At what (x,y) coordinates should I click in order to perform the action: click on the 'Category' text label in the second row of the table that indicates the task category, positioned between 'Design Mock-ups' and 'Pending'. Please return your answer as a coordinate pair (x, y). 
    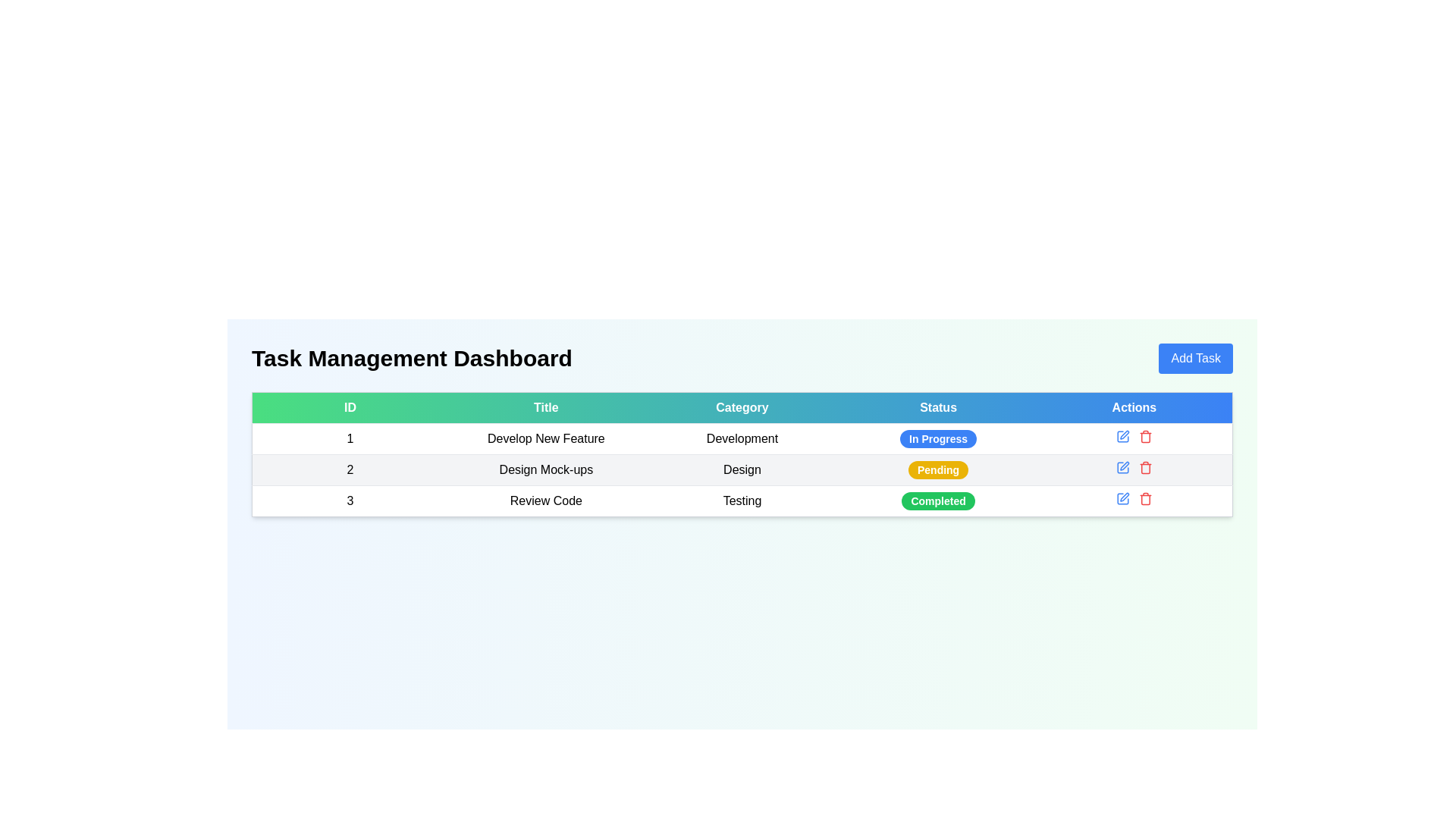
    Looking at the image, I should click on (742, 469).